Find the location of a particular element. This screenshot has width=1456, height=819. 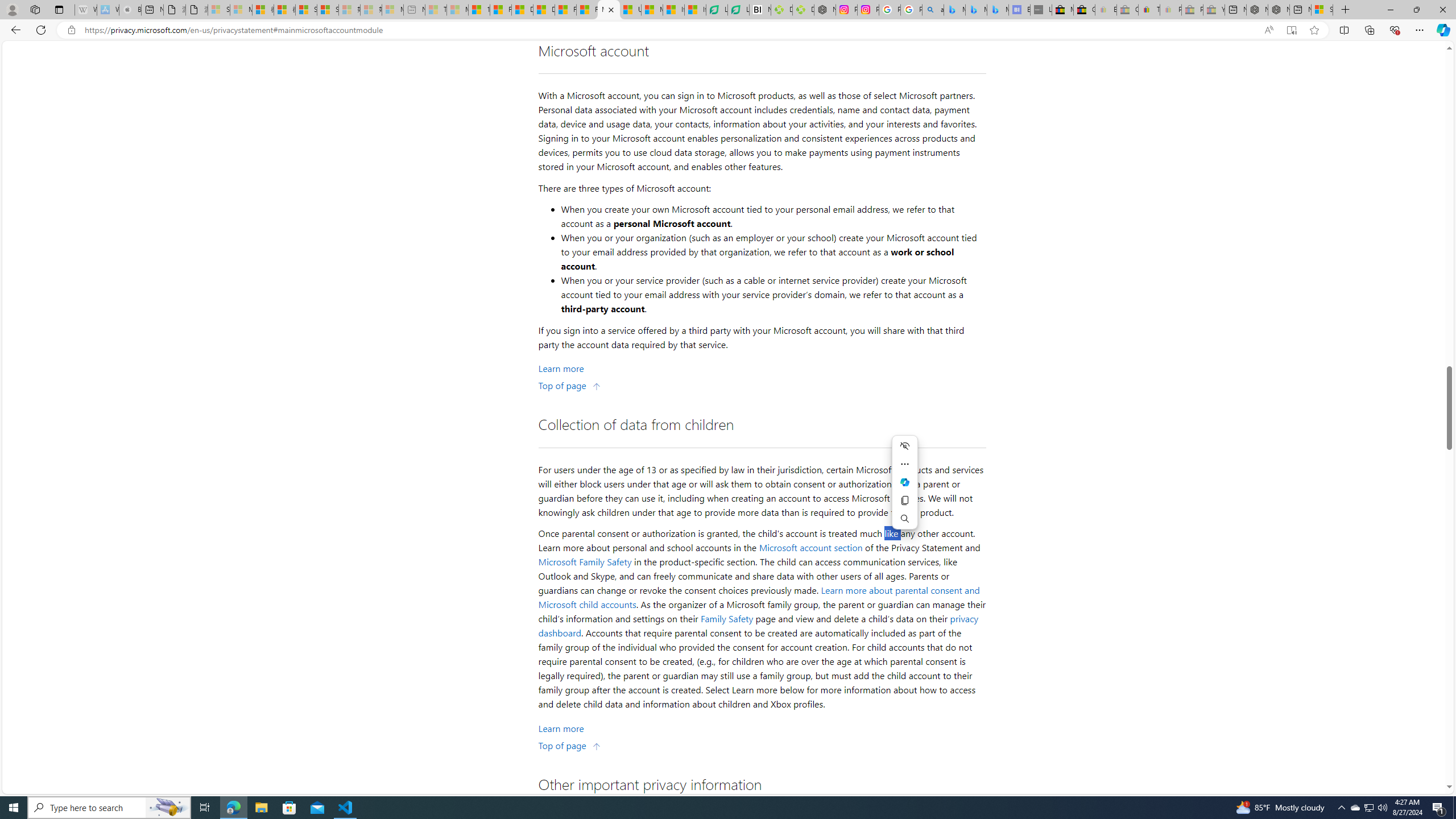

'Food and Drink - MSN' is located at coordinates (500, 9).